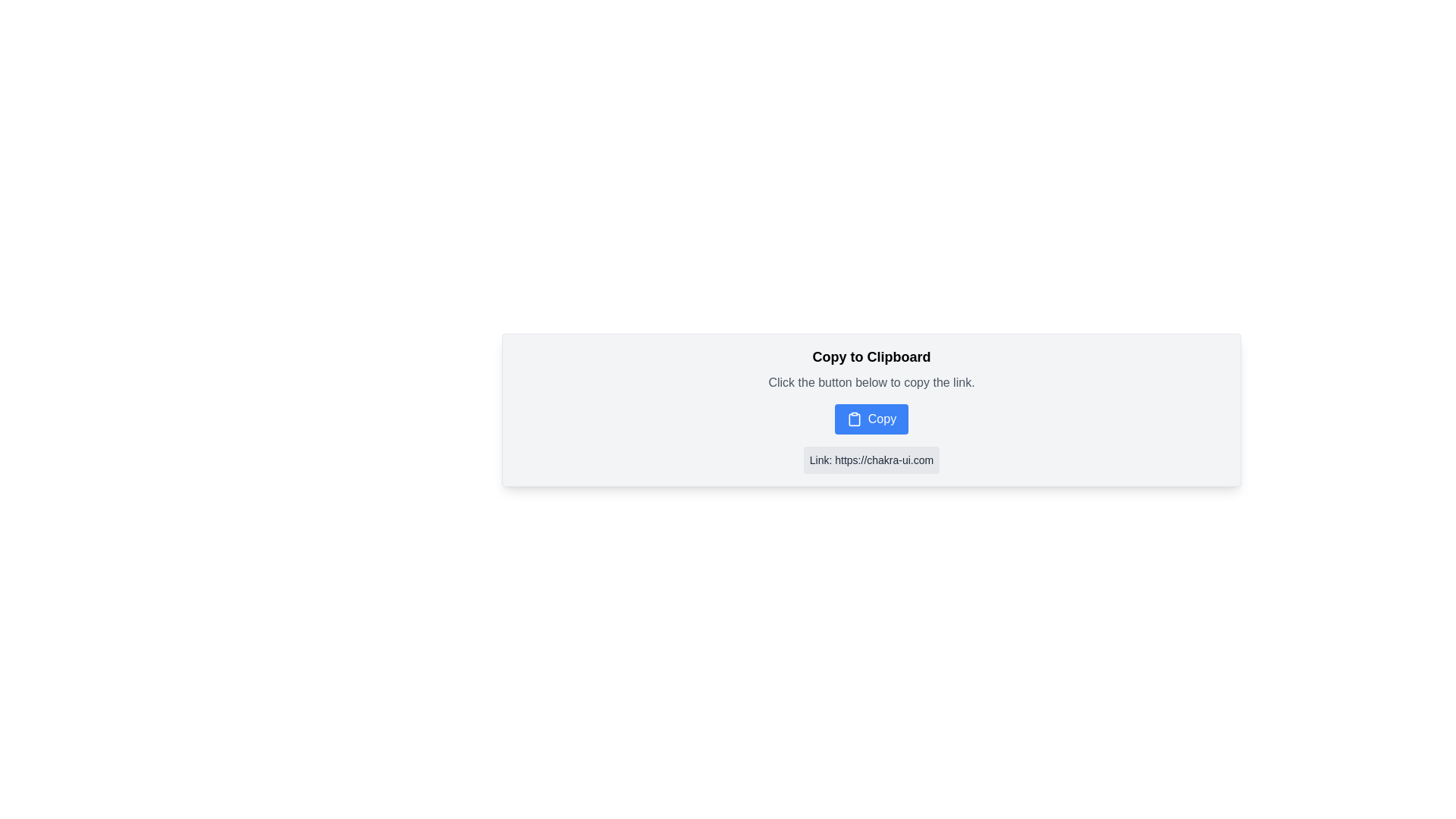  What do you see at coordinates (871, 459) in the screenshot?
I see `the clickable hyperlink text block that redirects to the Chakra UI website` at bounding box center [871, 459].